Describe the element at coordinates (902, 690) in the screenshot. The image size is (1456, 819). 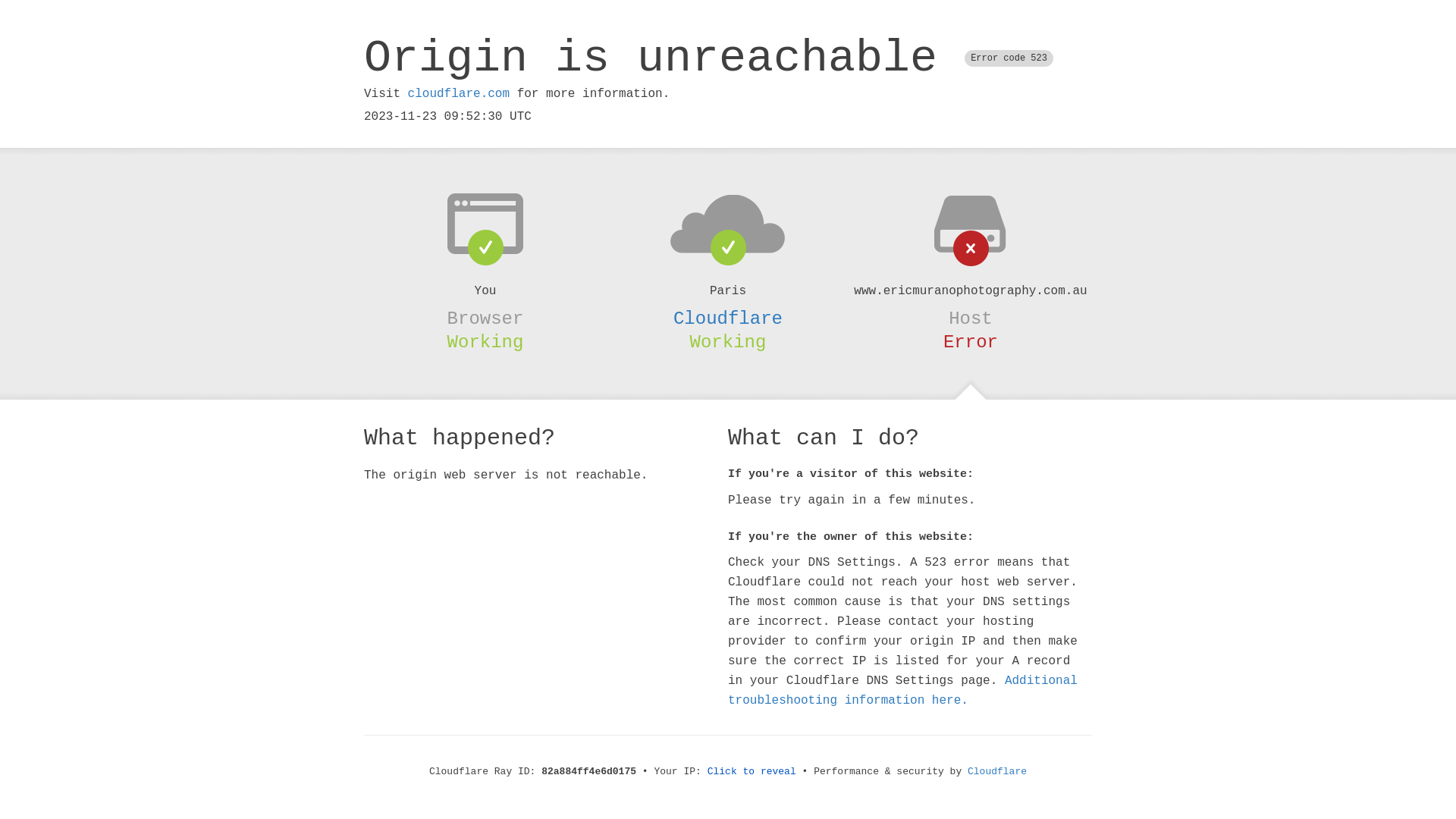
I see `'Additional troubleshooting information here.'` at that location.